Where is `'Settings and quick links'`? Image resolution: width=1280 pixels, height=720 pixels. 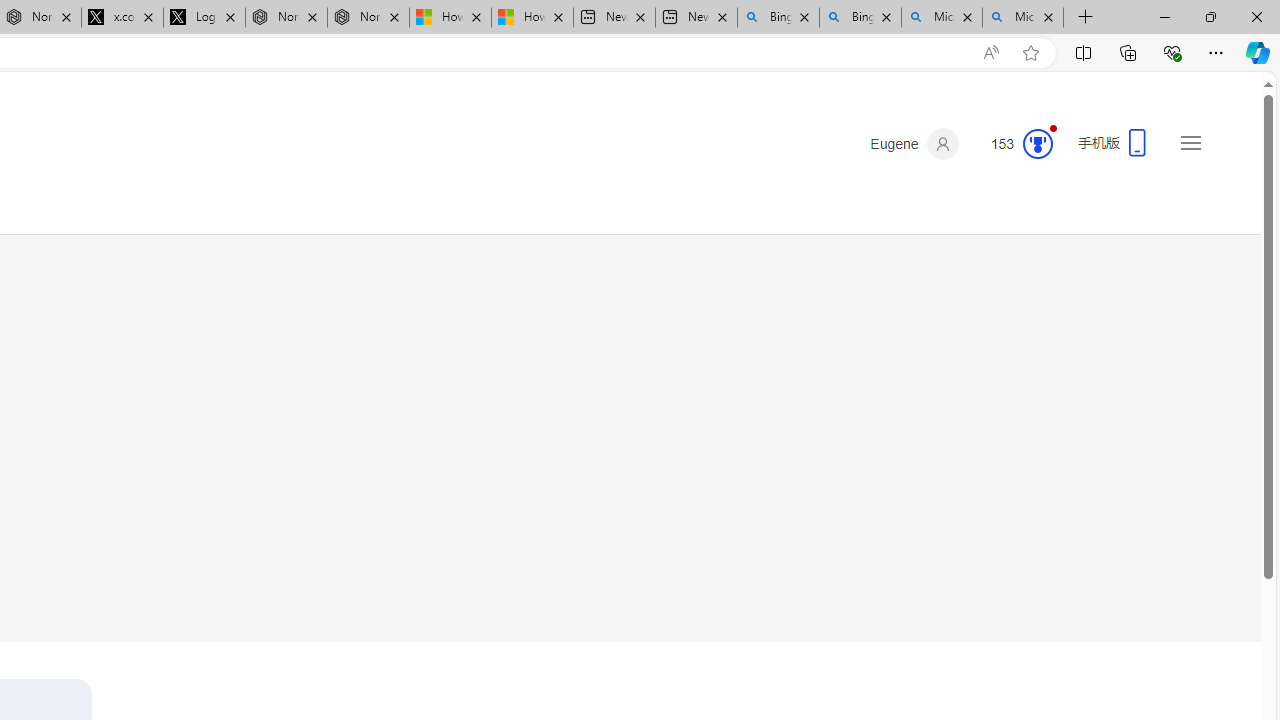
'Settings and quick links' is located at coordinates (1191, 141).